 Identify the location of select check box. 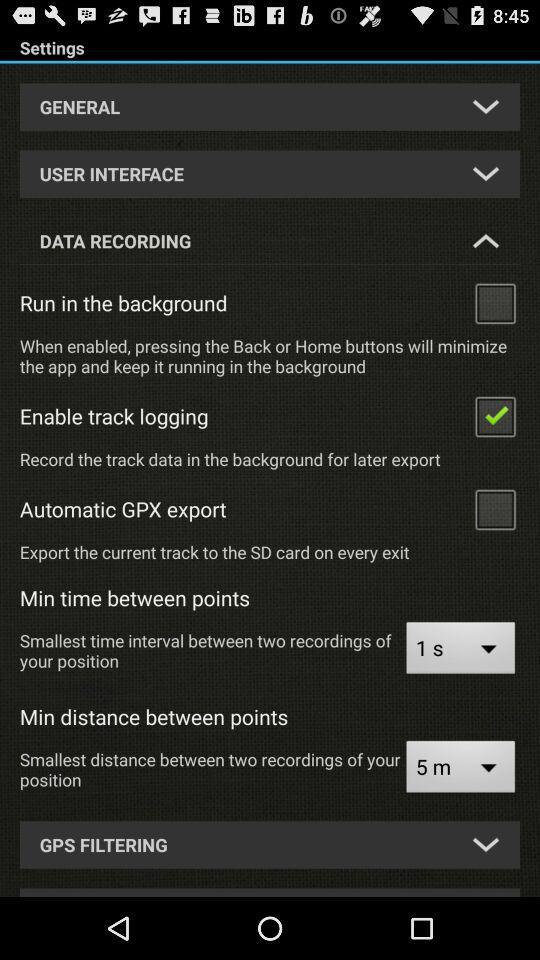
(494, 414).